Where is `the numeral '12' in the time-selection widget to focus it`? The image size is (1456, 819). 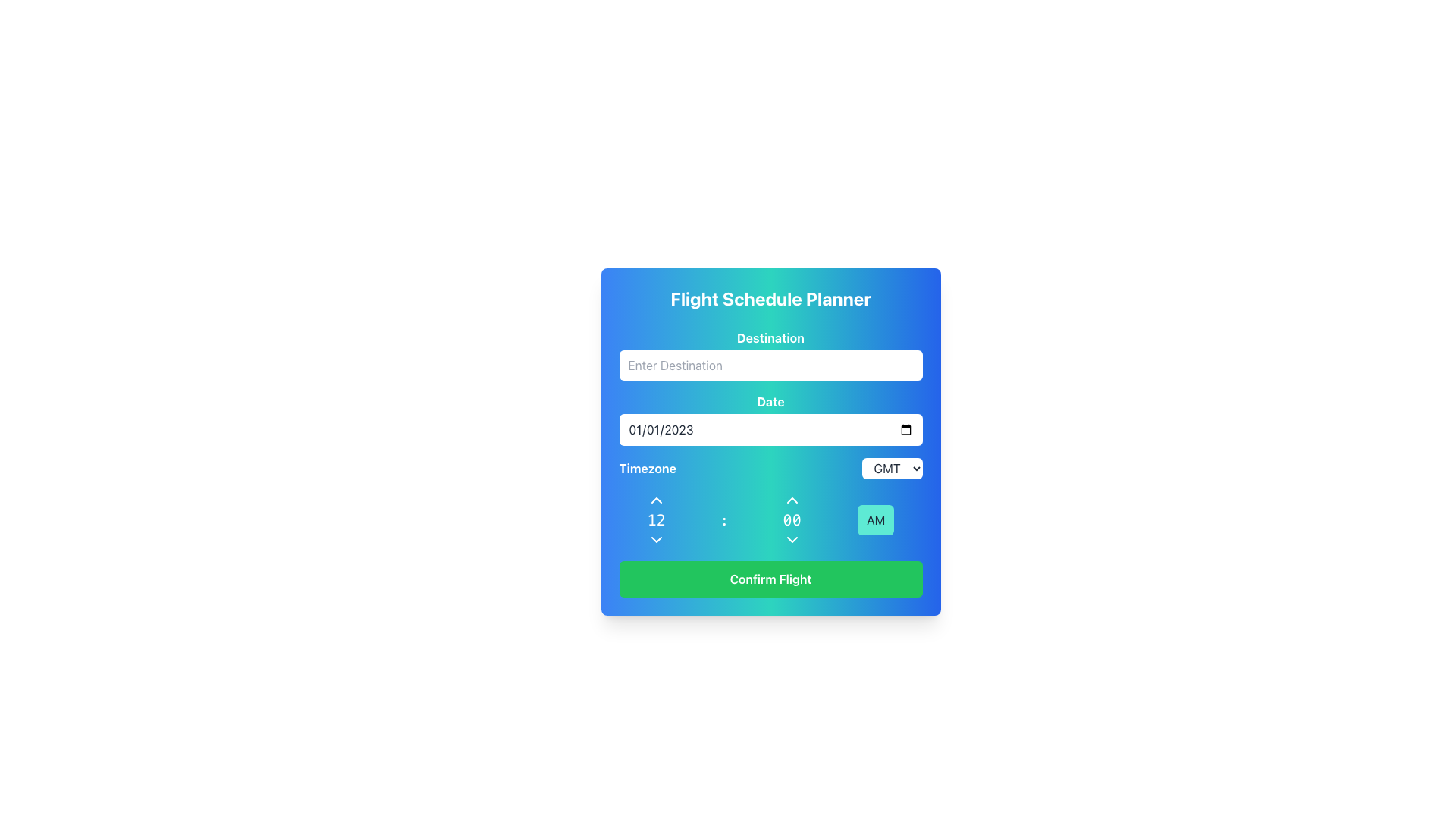
the numeral '12' in the time-selection widget to focus it is located at coordinates (656, 519).